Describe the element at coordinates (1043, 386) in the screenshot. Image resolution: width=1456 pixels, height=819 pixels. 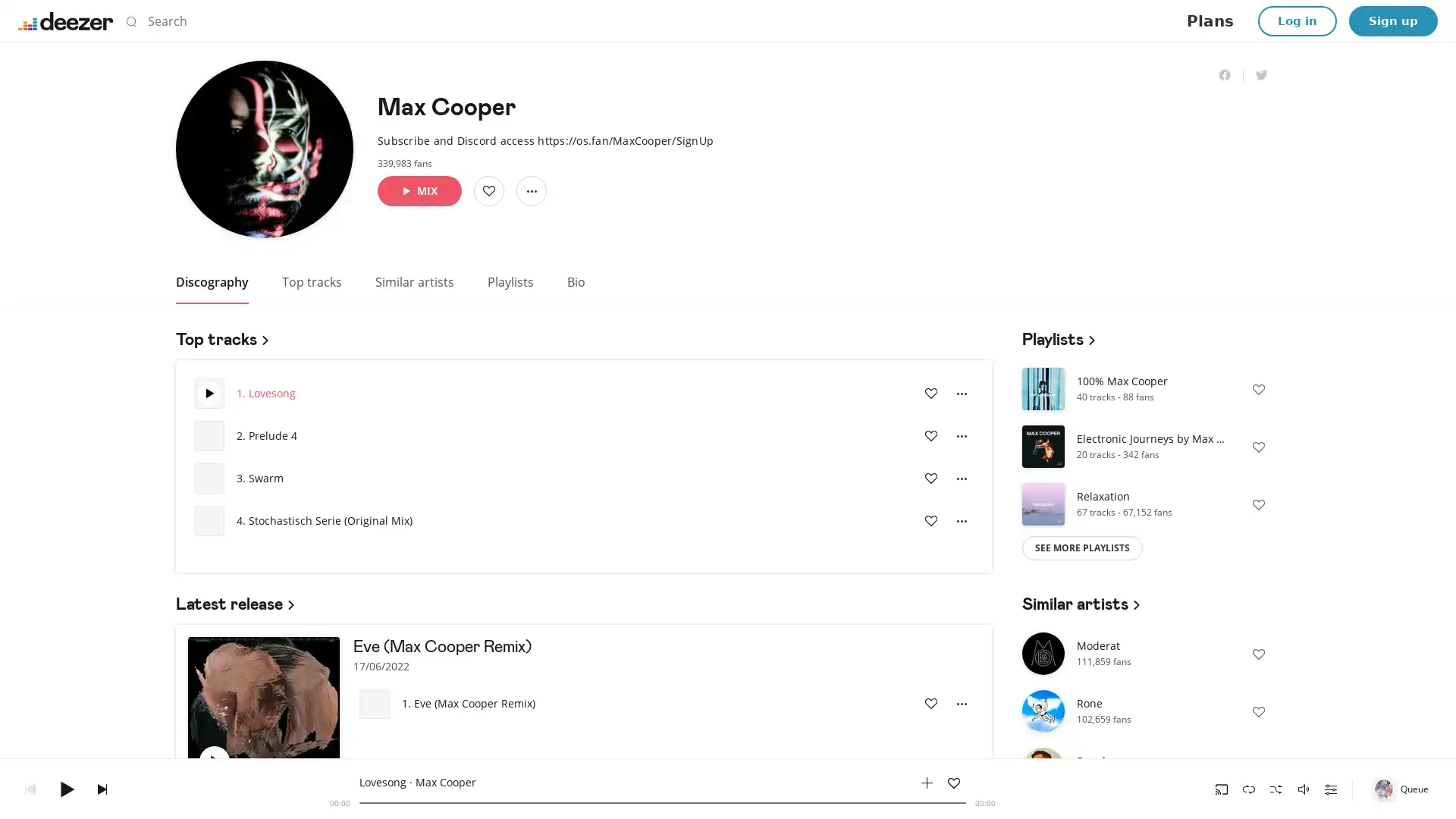
I see `Play` at that location.